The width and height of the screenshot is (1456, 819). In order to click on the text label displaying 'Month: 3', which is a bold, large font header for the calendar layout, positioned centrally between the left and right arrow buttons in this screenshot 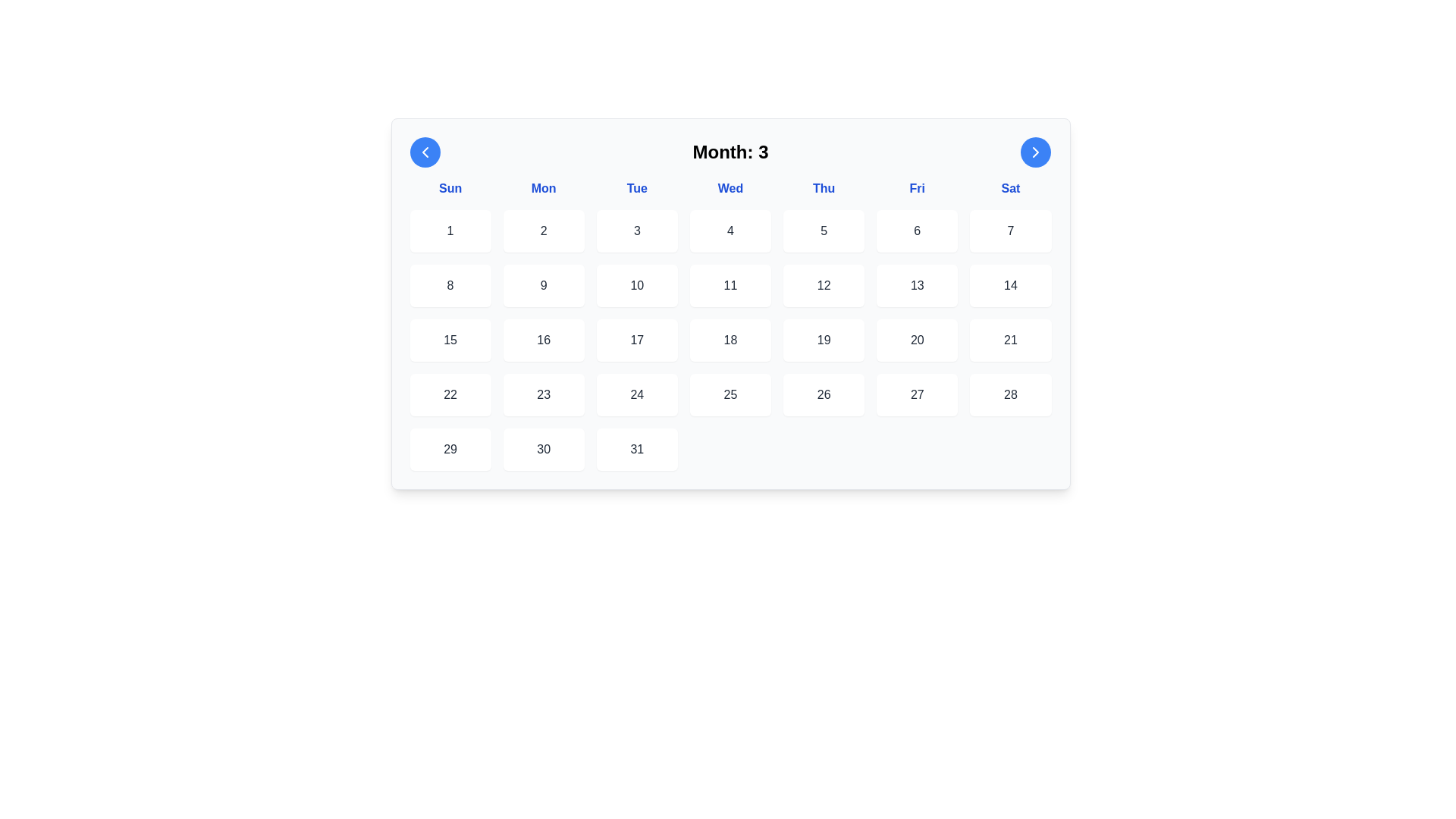, I will do `click(730, 152)`.